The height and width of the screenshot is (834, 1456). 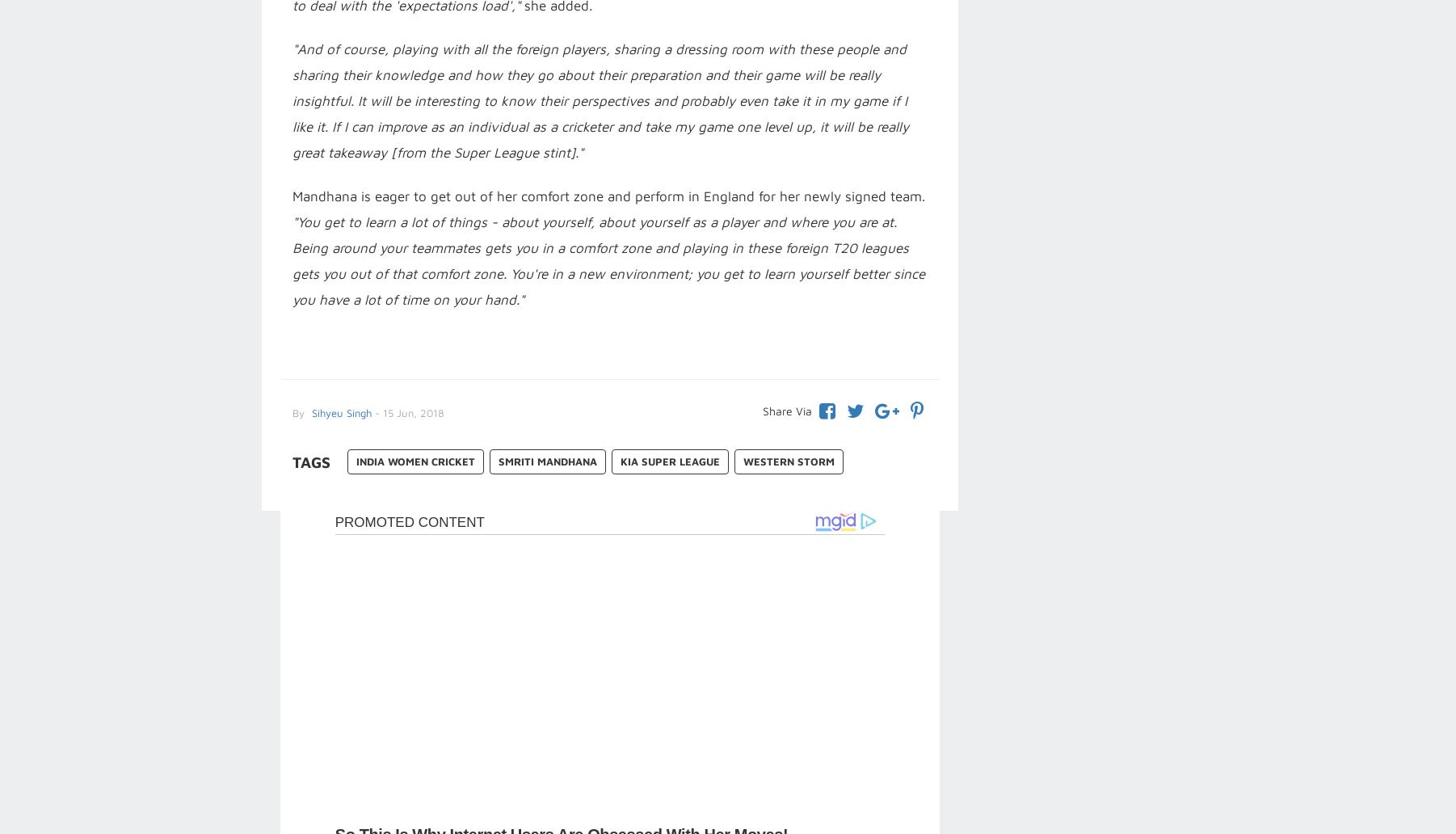 What do you see at coordinates (291, 412) in the screenshot?
I see `'By'` at bounding box center [291, 412].